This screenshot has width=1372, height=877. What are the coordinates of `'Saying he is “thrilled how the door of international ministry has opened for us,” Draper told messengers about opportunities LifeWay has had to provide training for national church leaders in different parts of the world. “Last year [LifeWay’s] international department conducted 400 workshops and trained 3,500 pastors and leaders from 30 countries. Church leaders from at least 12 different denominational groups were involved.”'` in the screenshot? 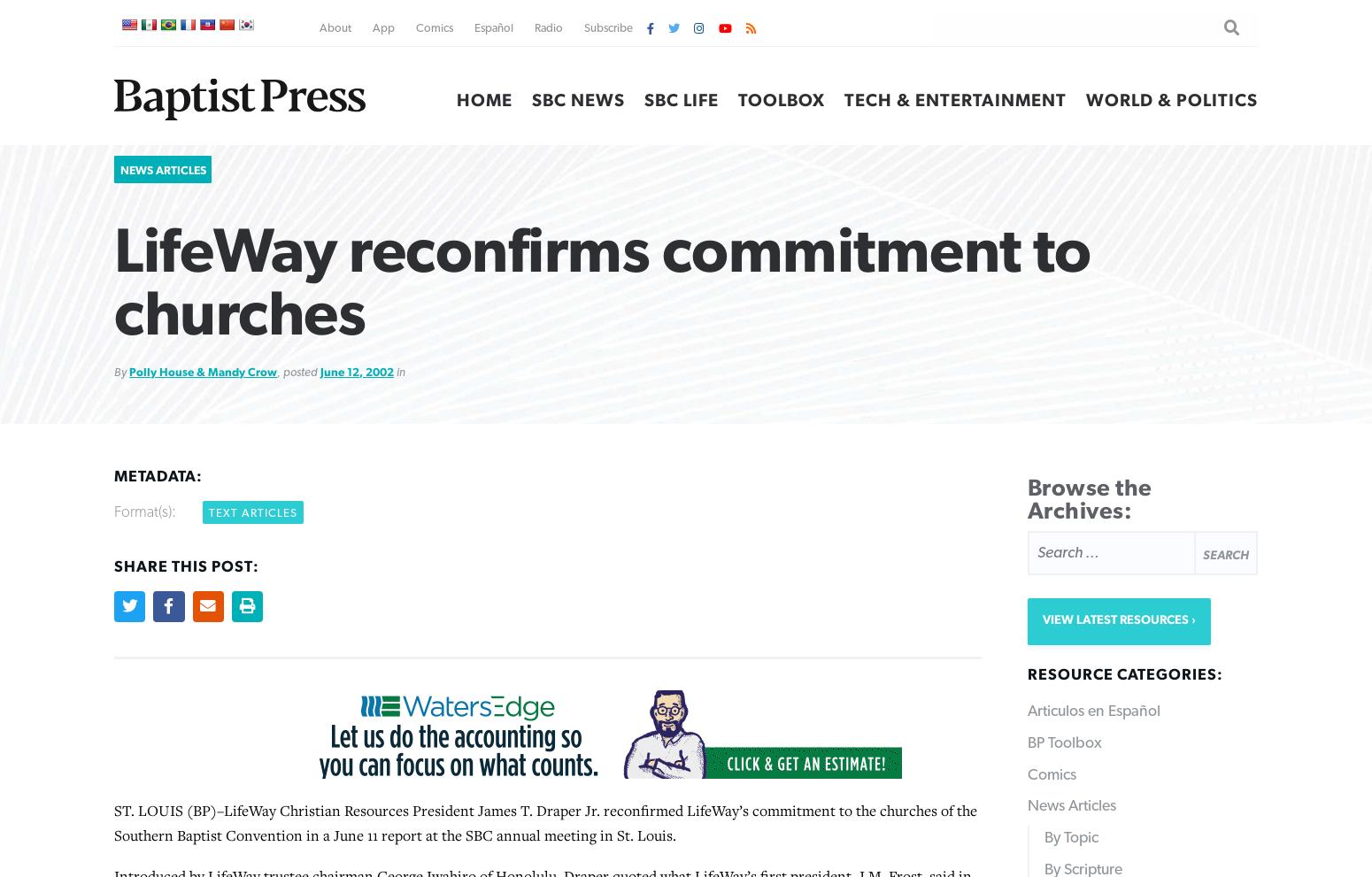 It's located at (113, 327).